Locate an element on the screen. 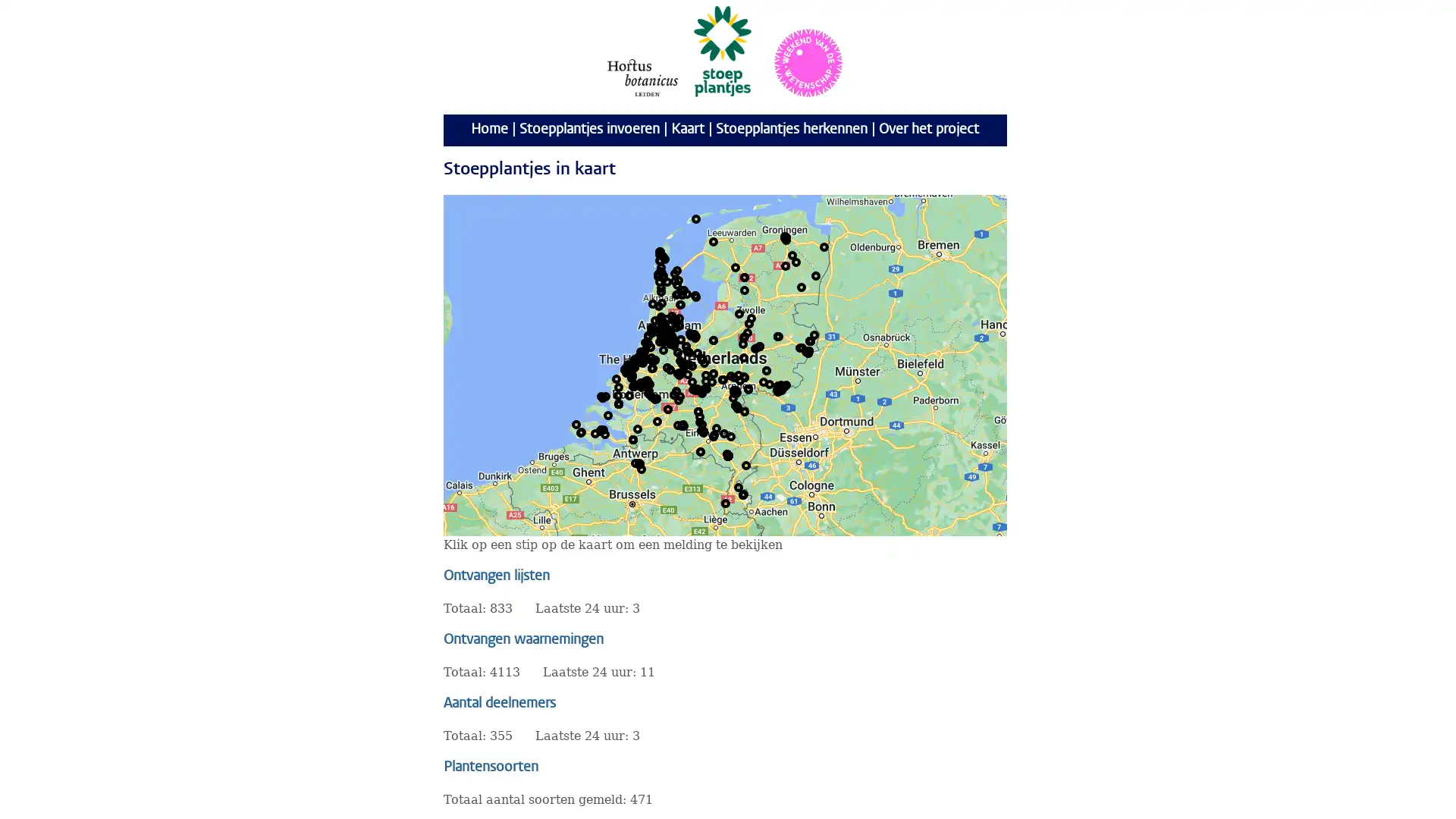 This screenshot has width=1456, height=819. Telling van op 30 april 2022 is located at coordinates (782, 388).